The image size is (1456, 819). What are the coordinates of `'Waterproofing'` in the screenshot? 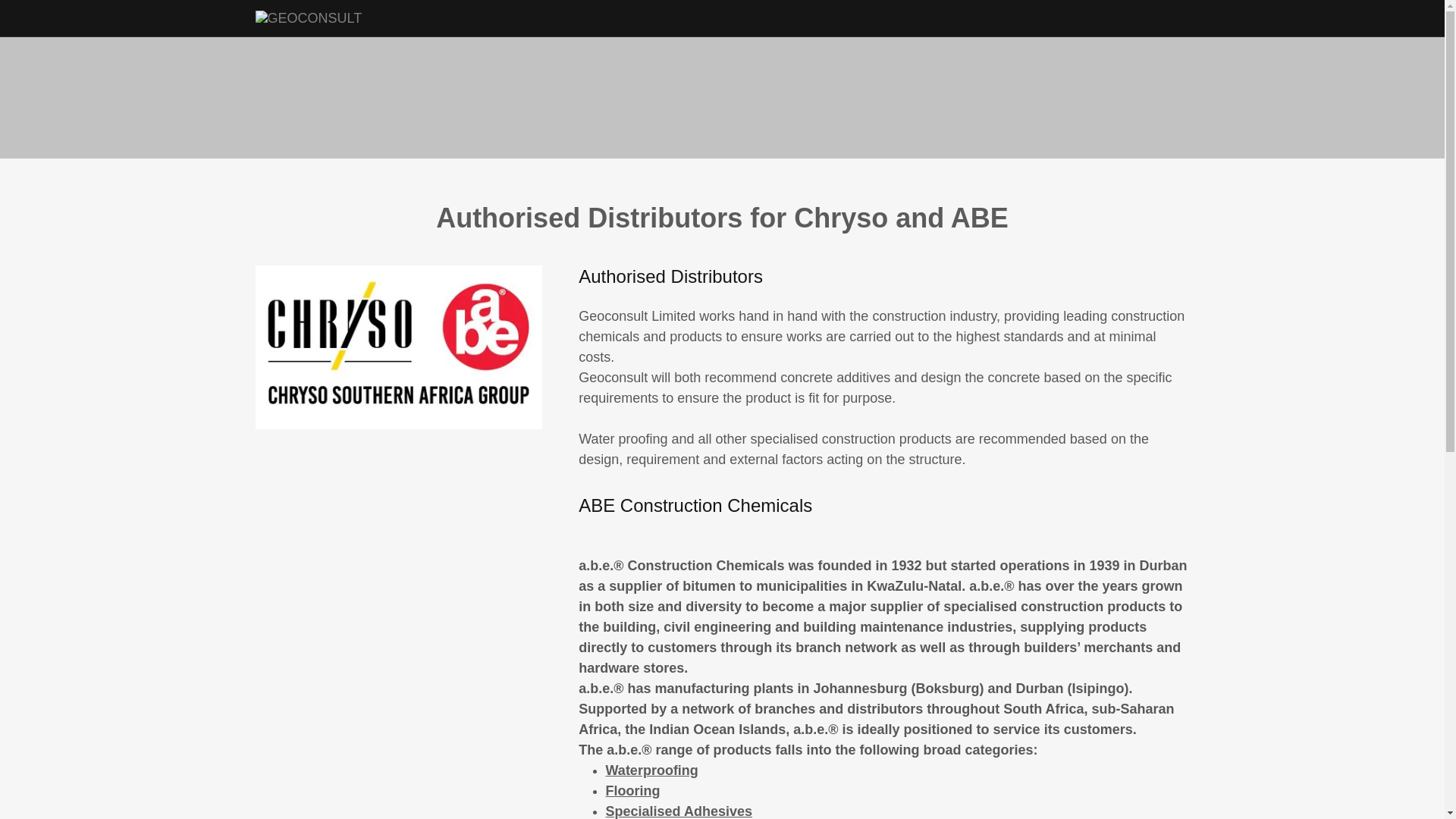 It's located at (651, 770).